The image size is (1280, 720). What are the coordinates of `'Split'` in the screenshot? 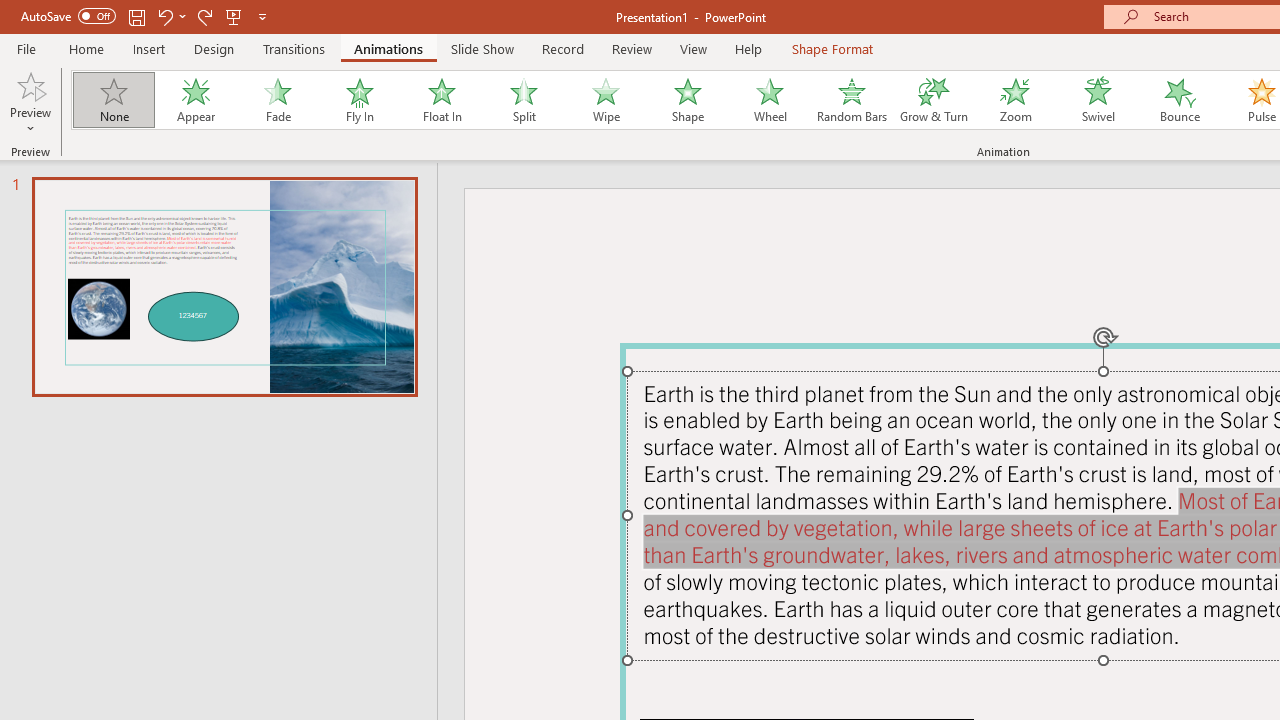 It's located at (523, 100).